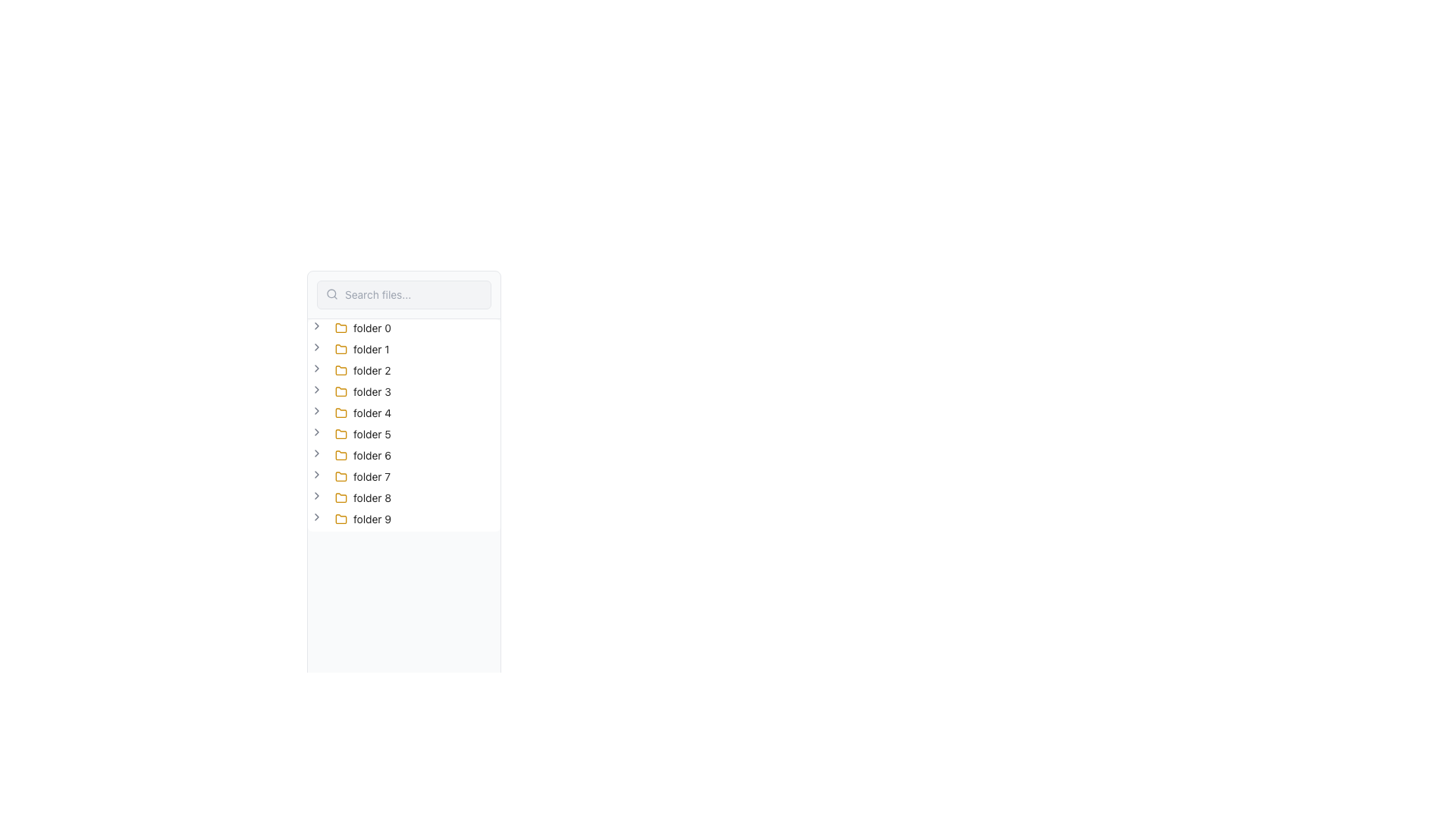 The width and height of the screenshot is (1456, 819). I want to click on the right-facing chevron icon associated with 'folder 4', so click(315, 411).